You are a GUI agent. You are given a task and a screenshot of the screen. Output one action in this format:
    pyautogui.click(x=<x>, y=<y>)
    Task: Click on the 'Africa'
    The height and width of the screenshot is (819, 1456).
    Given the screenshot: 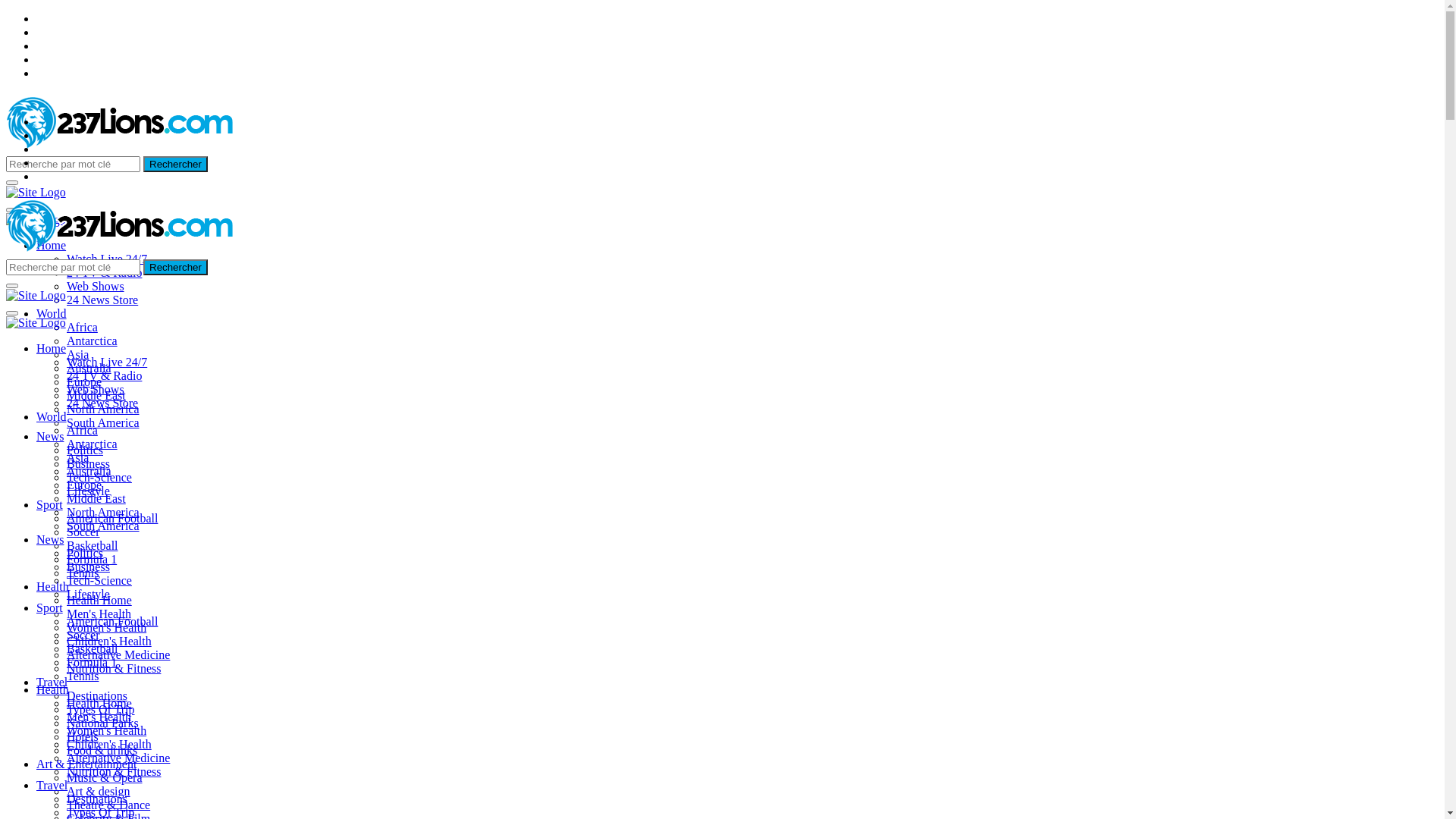 What is the action you would take?
    pyautogui.click(x=65, y=326)
    